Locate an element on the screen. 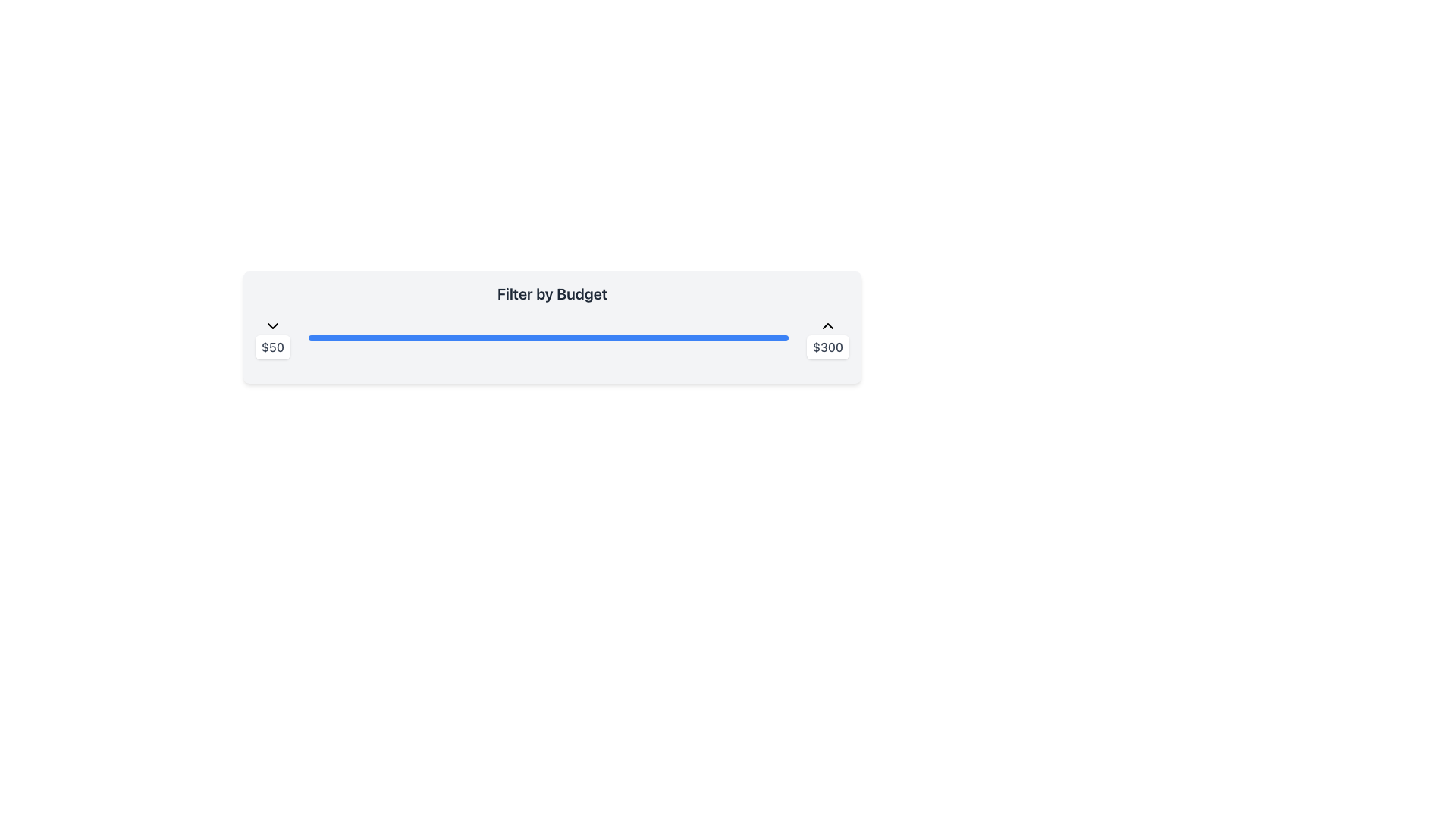  the budget filter is located at coordinates (684, 337).